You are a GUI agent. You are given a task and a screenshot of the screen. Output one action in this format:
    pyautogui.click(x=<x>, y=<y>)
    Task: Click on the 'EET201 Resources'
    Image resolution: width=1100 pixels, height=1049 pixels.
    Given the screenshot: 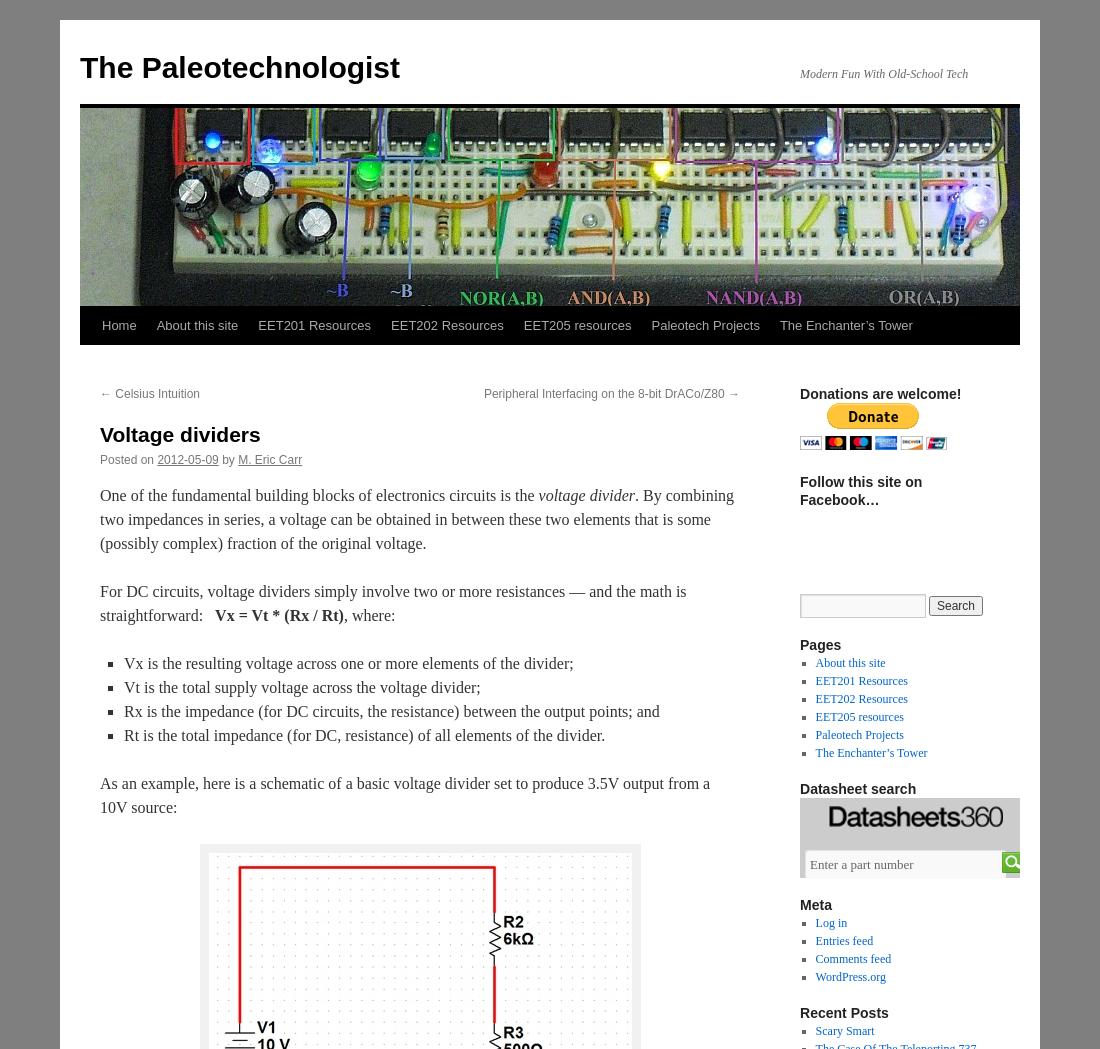 What is the action you would take?
    pyautogui.click(x=859, y=680)
    